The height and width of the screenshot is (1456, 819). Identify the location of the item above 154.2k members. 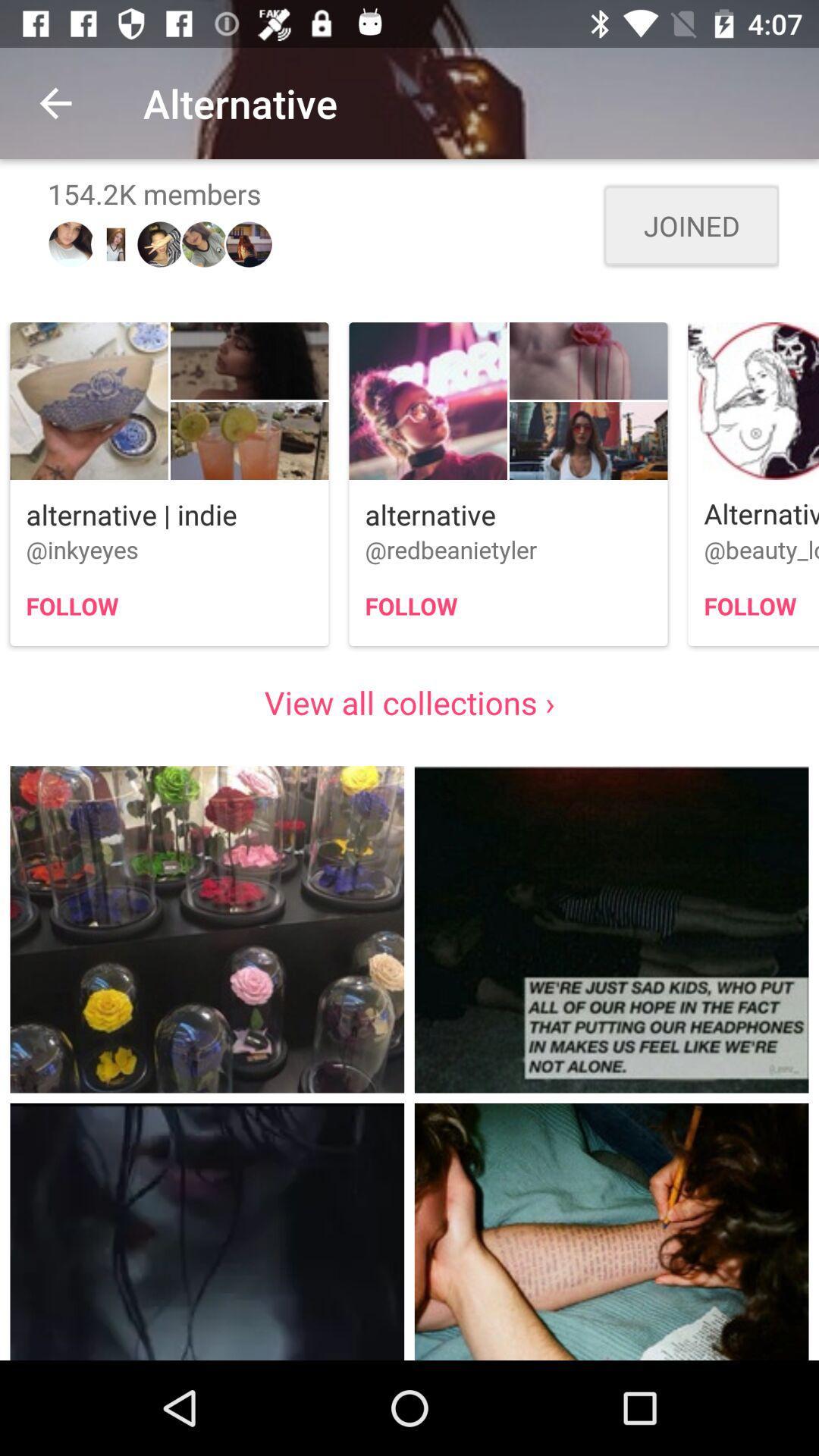
(55, 102).